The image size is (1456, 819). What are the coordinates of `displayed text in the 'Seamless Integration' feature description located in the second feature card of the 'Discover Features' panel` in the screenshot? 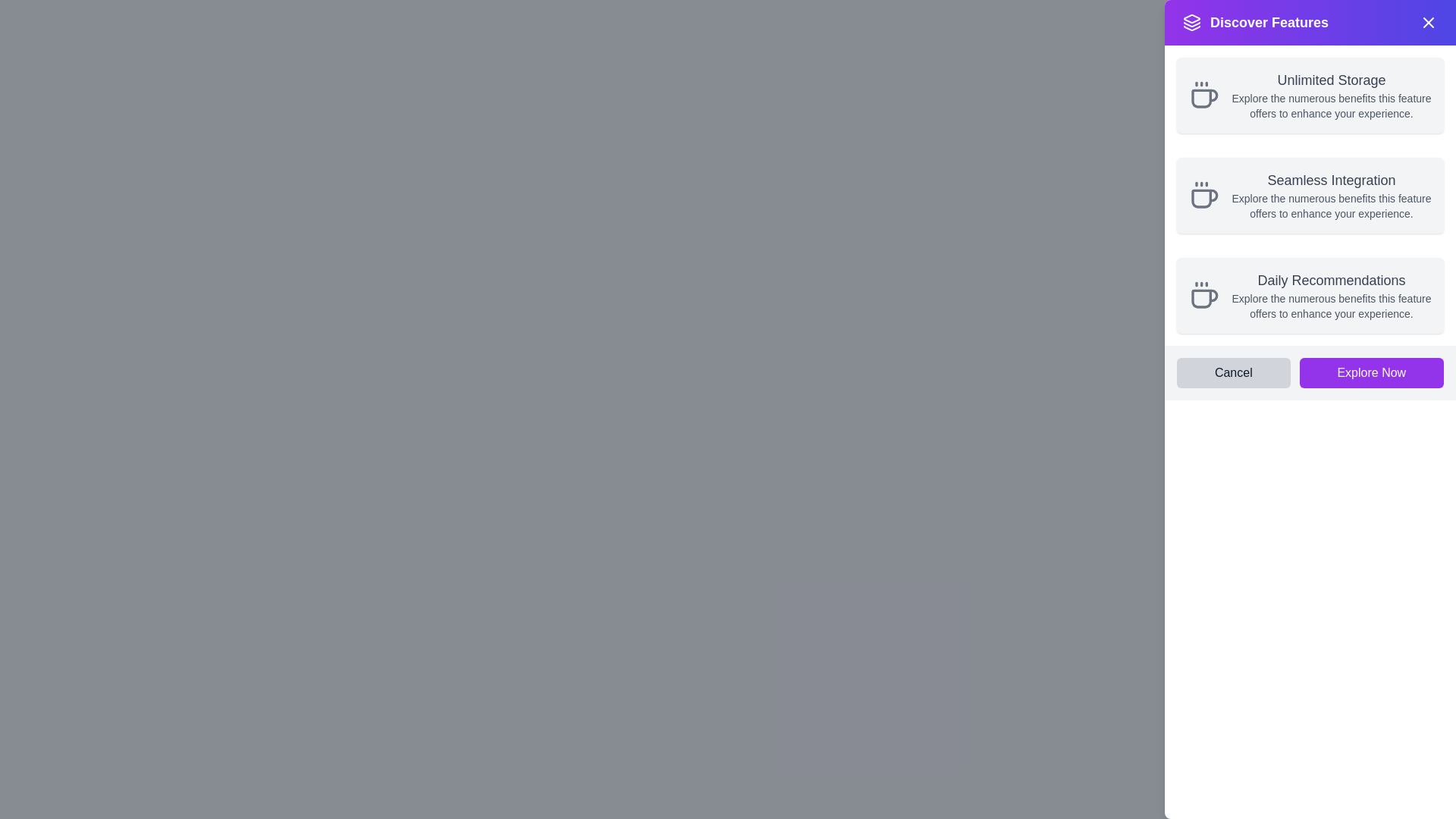 It's located at (1331, 195).